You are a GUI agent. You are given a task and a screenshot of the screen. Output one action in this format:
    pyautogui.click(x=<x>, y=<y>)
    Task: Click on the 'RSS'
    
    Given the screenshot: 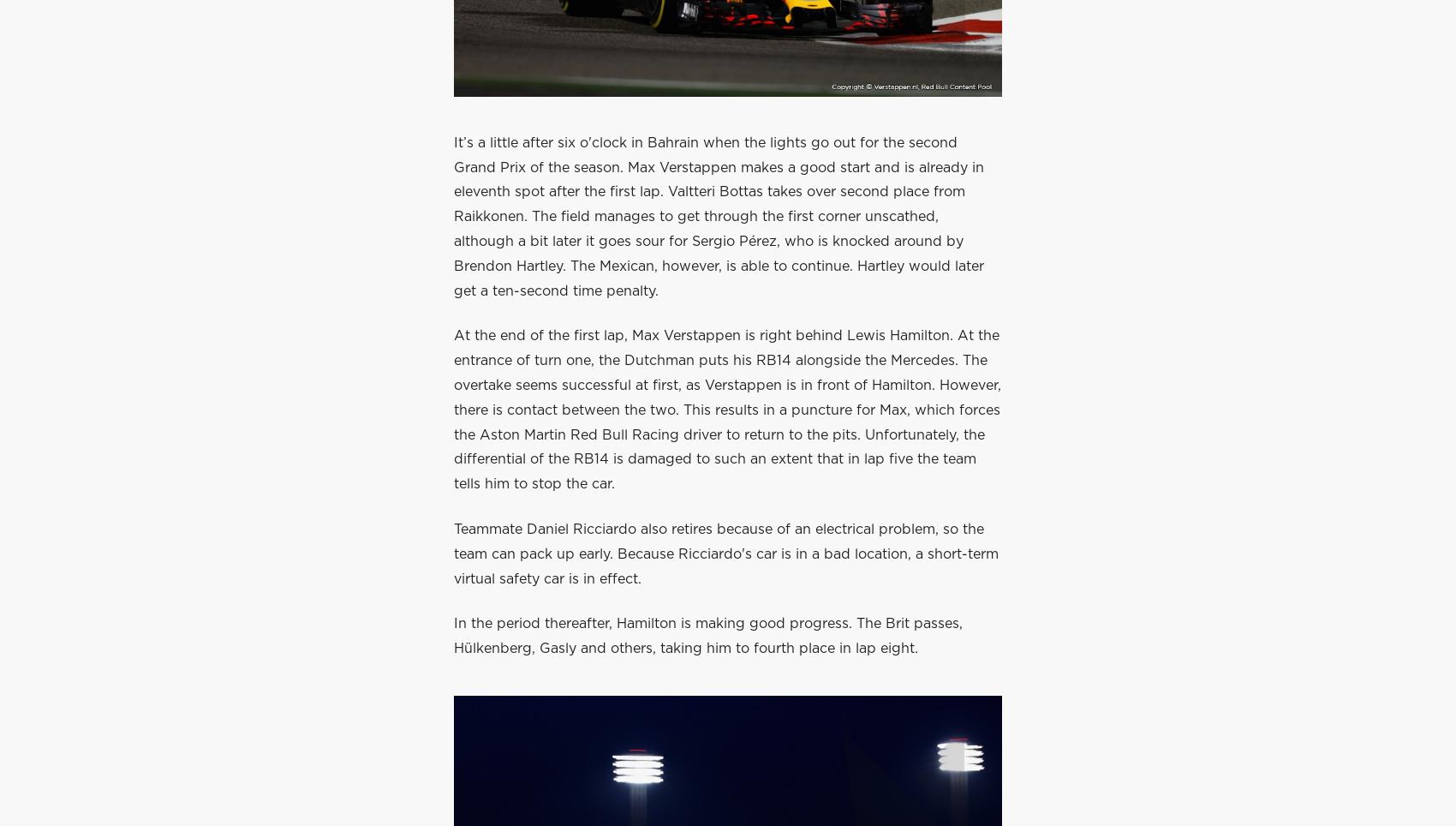 What is the action you would take?
    pyautogui.click(x=590, y=224)
    